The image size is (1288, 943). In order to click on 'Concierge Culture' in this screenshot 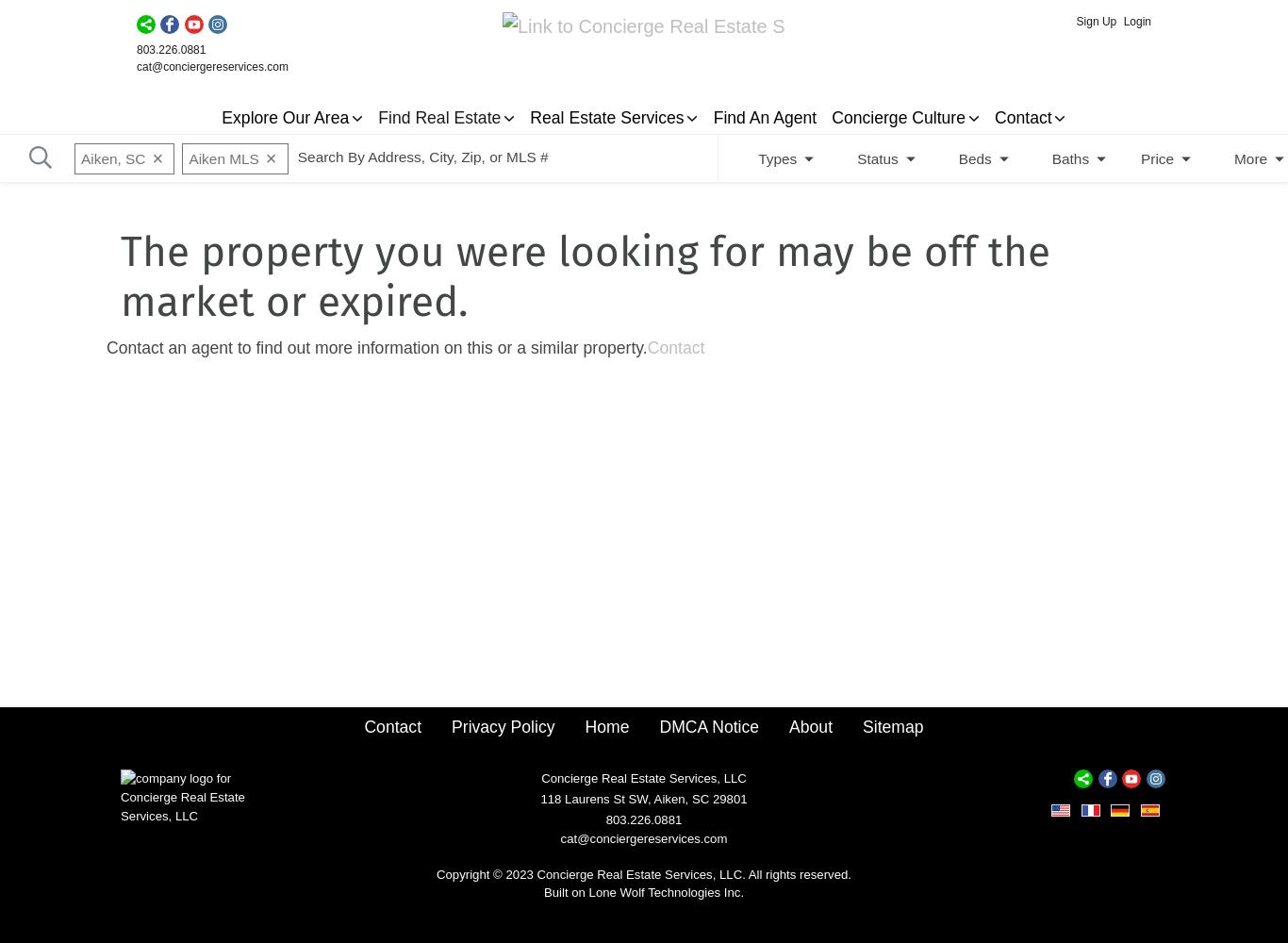, I will do `click(831, 118)`.